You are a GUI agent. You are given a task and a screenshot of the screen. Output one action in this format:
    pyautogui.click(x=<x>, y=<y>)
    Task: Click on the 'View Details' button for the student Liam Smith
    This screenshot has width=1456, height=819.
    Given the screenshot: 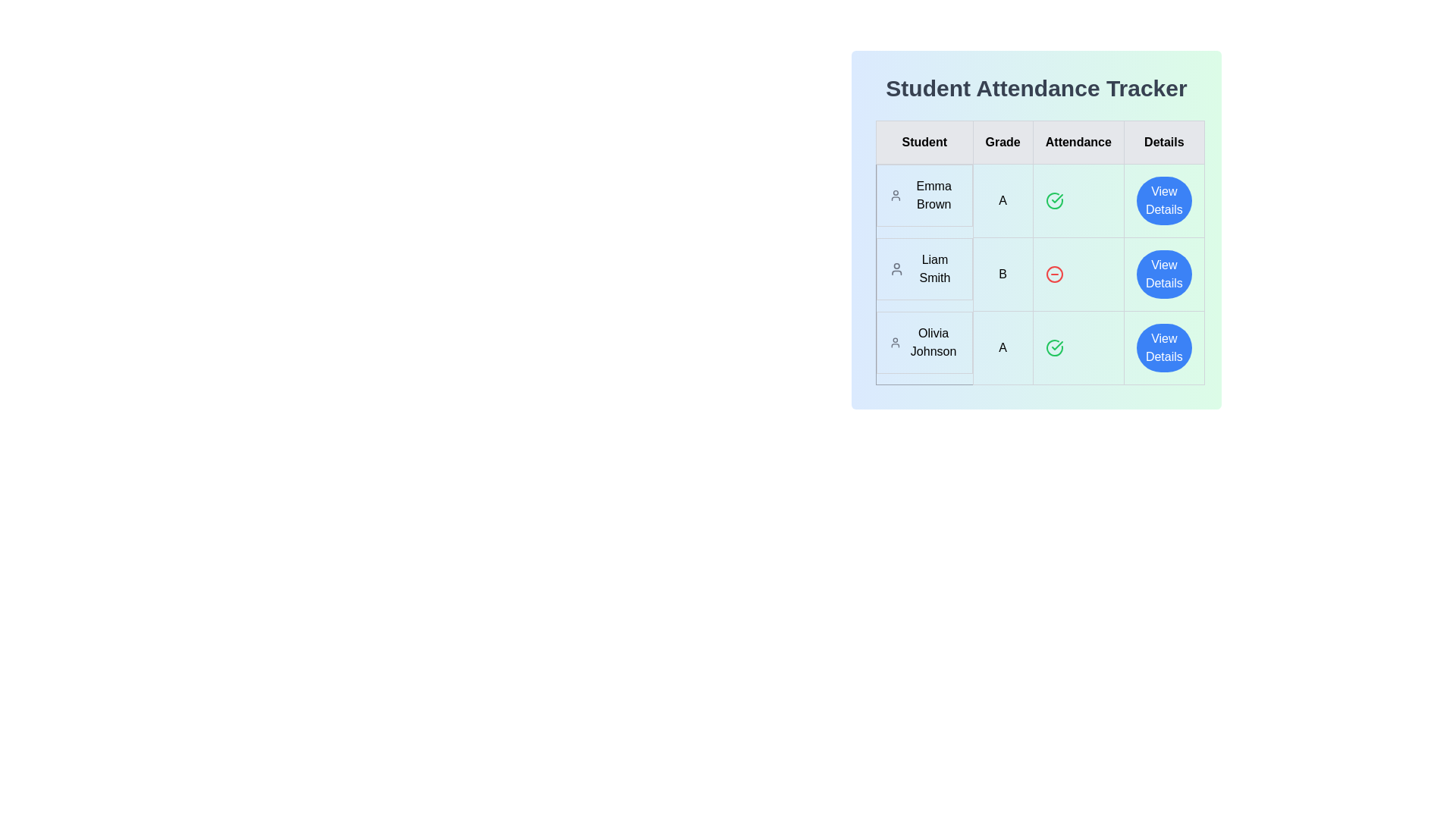 What is the action you would take?
    pyautogui.click(x=1163, y=275)
    